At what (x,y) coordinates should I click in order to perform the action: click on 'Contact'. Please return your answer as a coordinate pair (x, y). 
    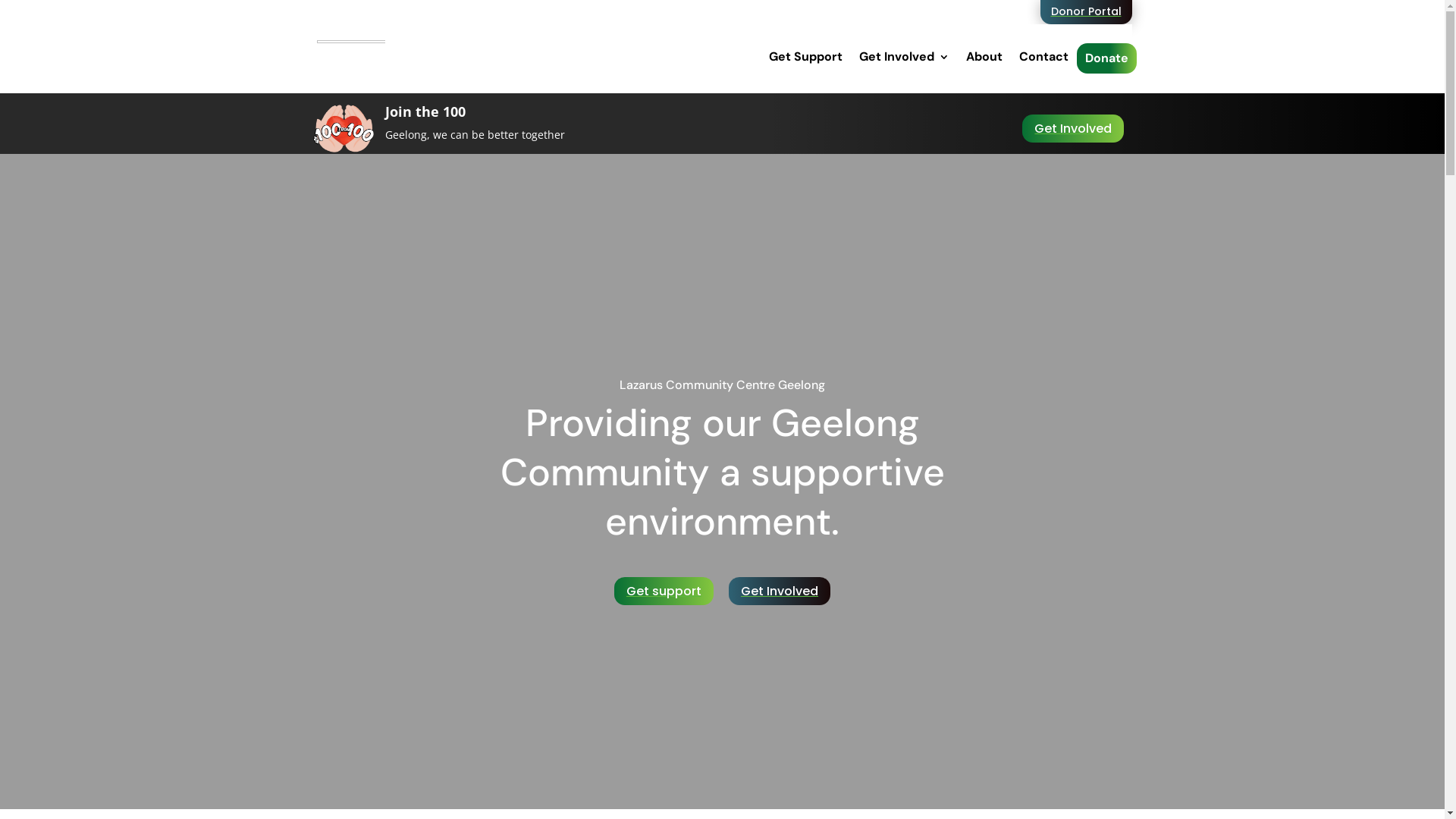
    Looking at the image, I should click on (1043, 55).